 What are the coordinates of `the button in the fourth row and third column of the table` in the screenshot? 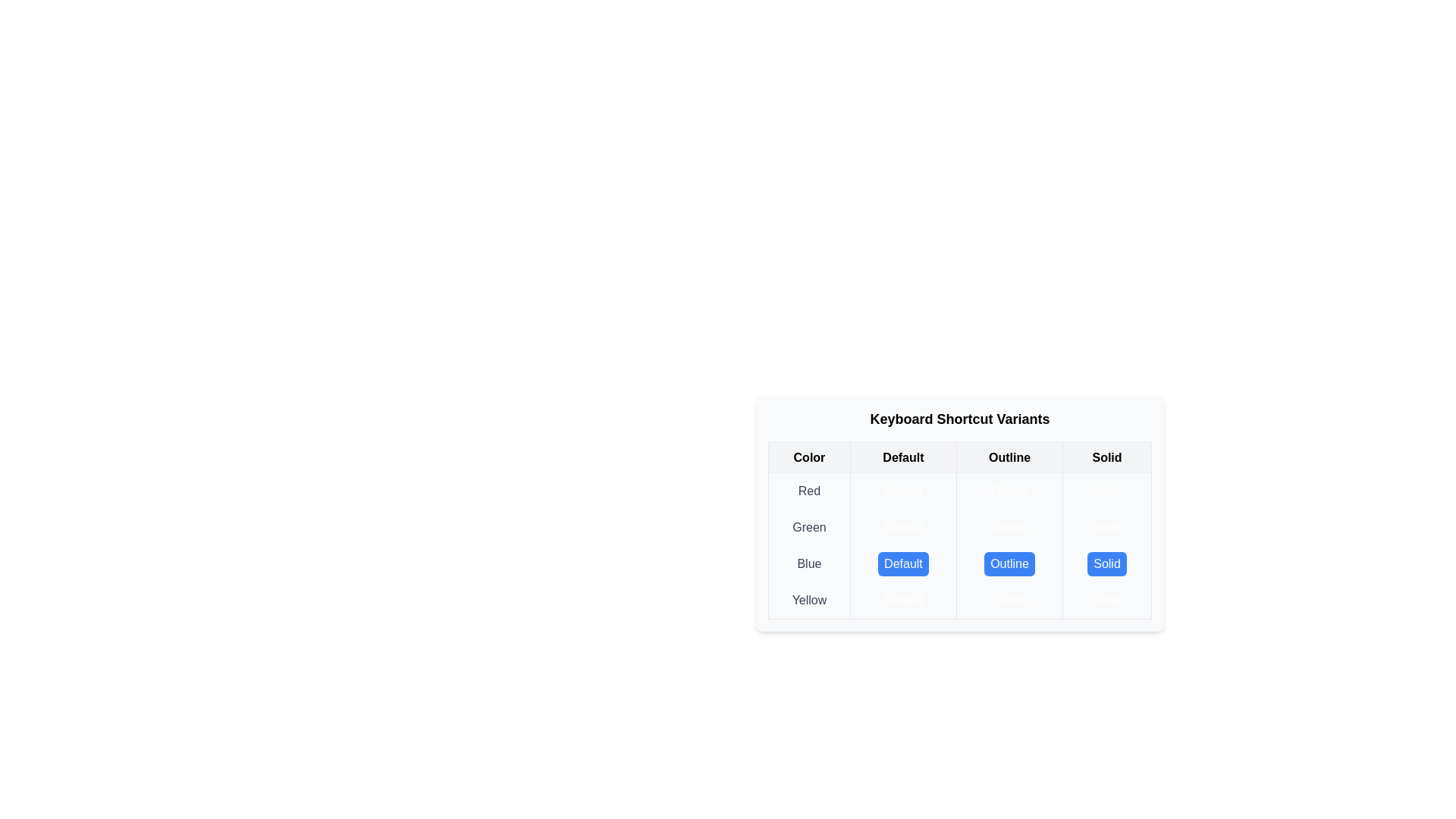 It's located at (1009, 599).